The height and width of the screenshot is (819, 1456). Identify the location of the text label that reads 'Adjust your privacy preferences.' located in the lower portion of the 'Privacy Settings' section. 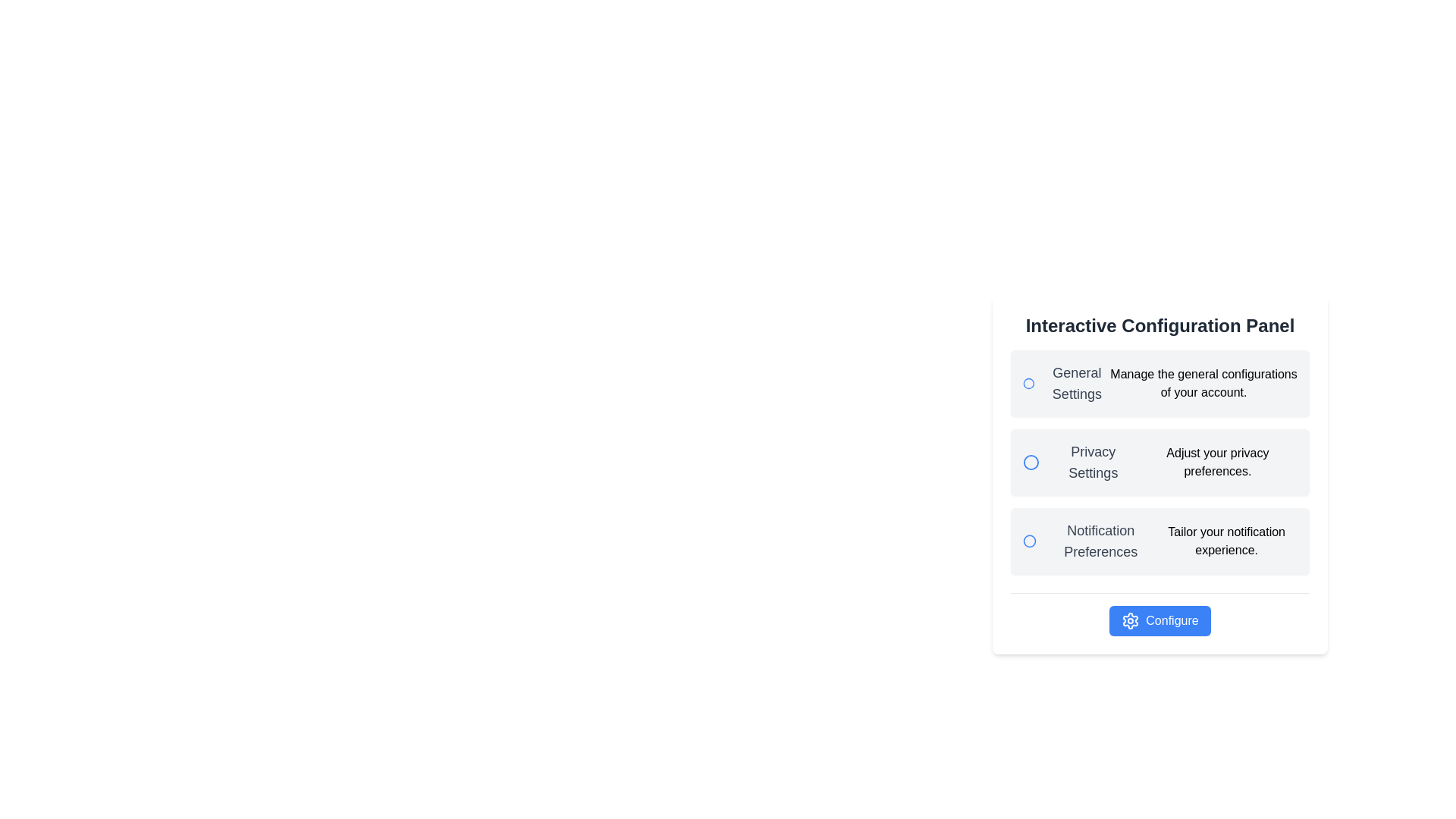
(1217, 461).